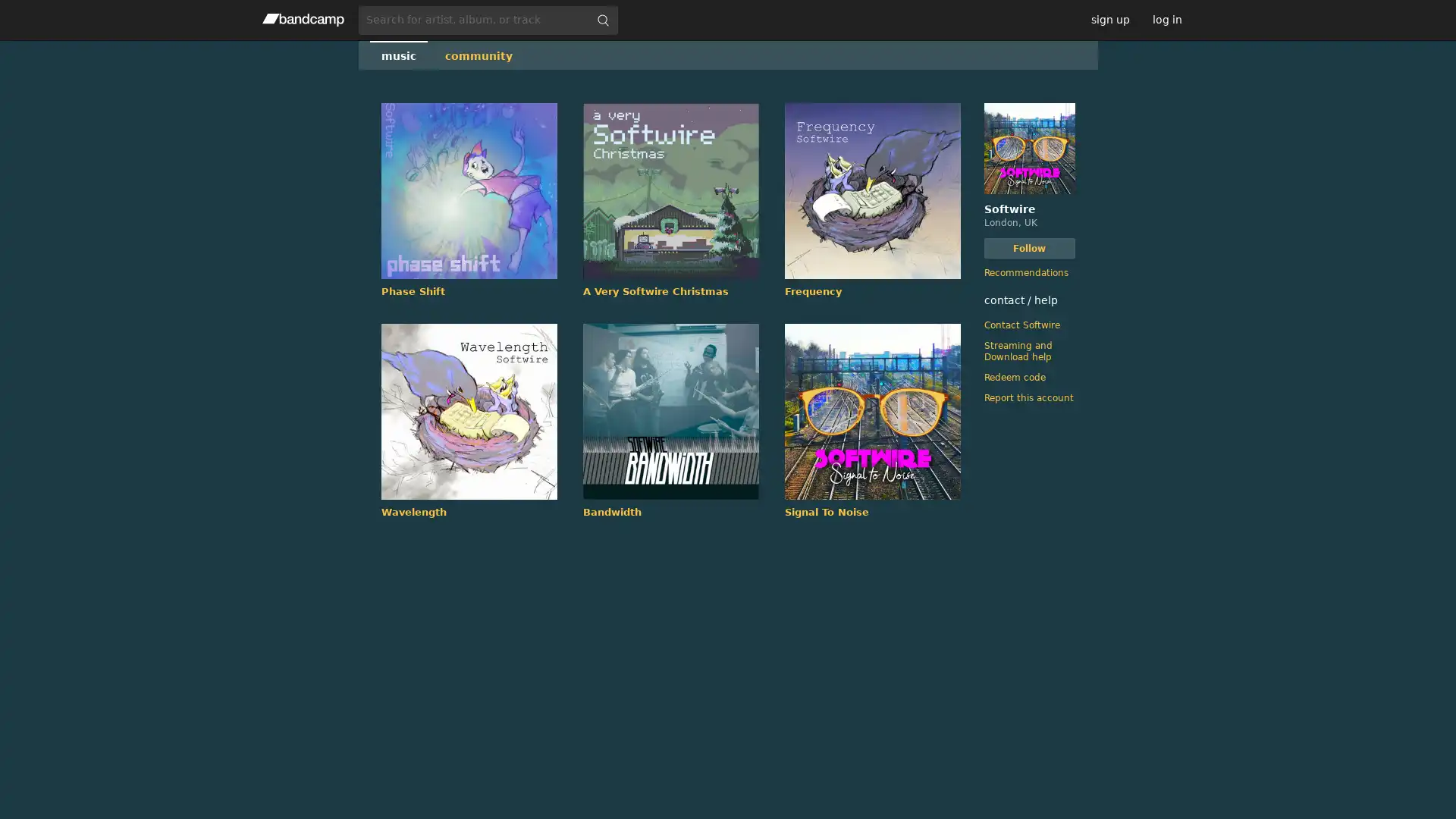 This screenshot has width=1456, height=819. Describe the element at coordinates (1029, 247) in the screenshot. I see `Follow` at that location.